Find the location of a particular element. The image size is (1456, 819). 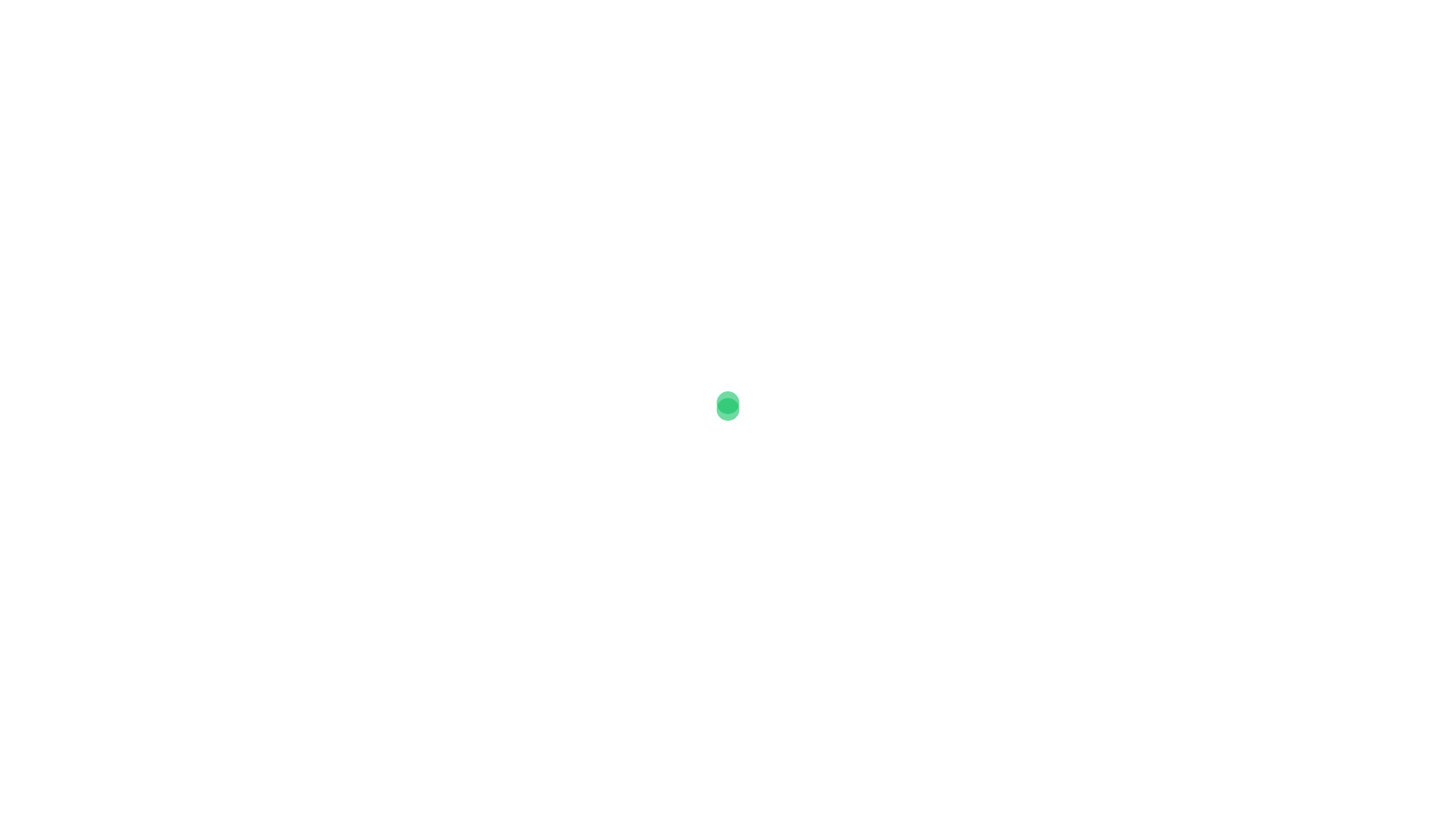

'Klimaattafel' is located at coordinates (372, 293).